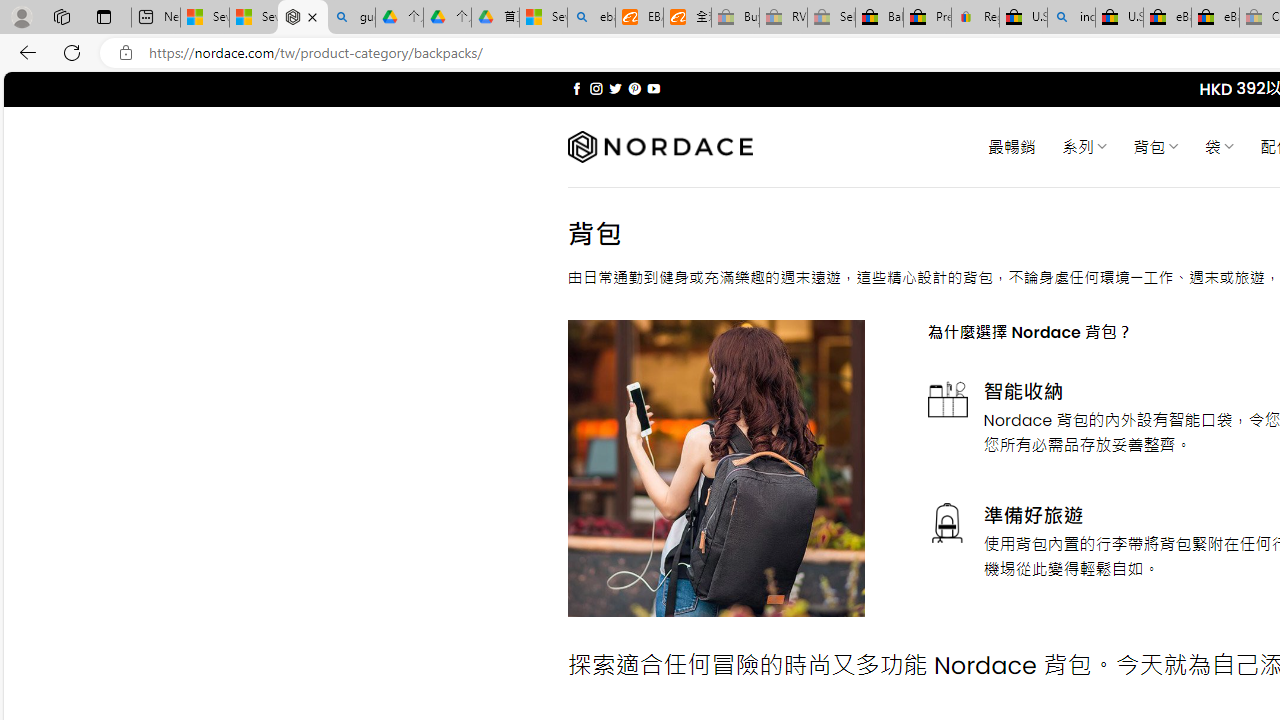 This screenshot has width=1280, height=720. Describe the element at coordinates (831, 17) in the screenshot. I see `'Sell worldwide with eBay - Sleeping'` at that location.